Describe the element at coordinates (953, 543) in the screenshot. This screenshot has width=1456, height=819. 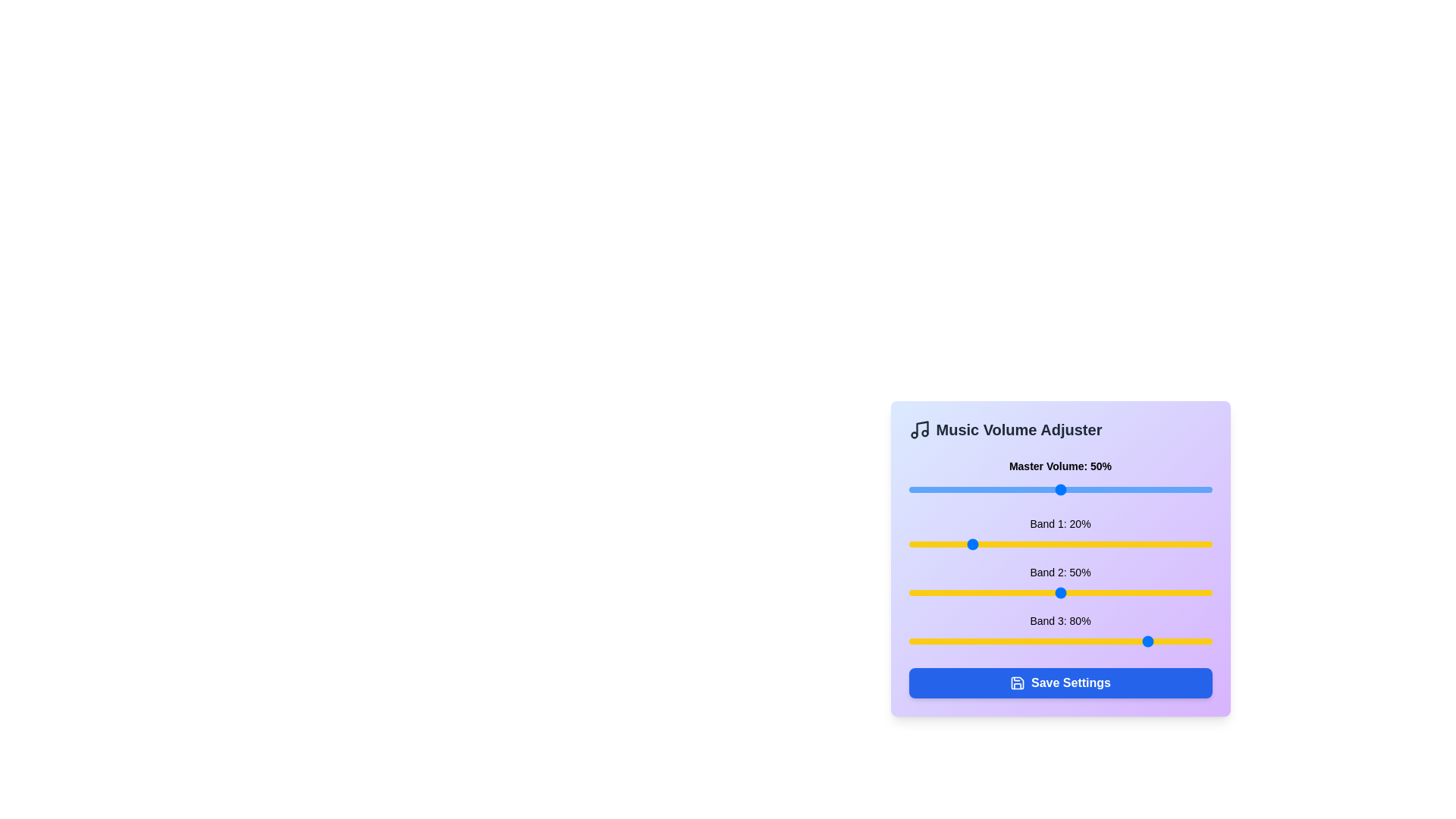
I see `Band 1` at that location.